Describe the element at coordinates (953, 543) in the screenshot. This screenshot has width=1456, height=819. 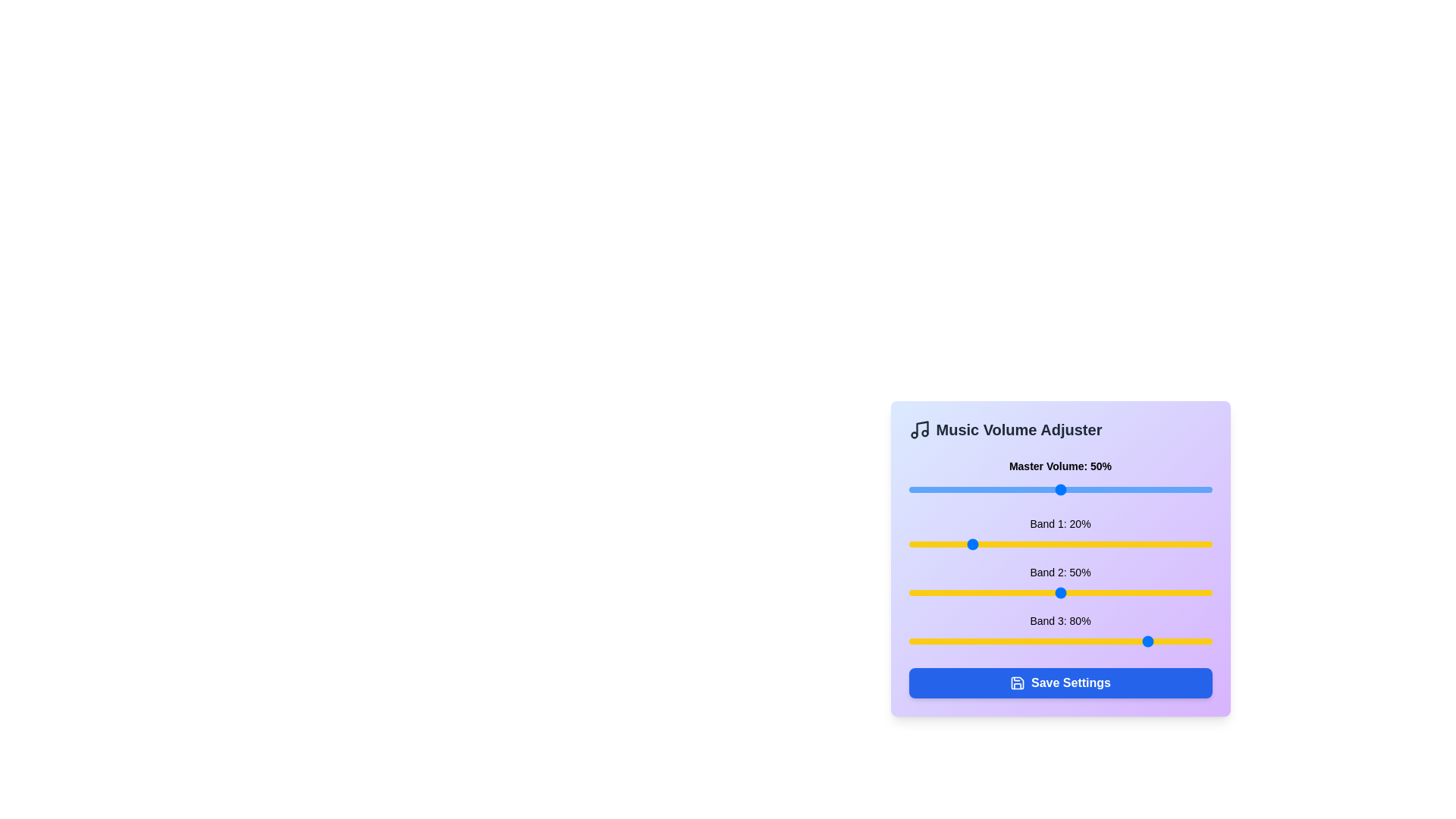
I see `Band 1` at that location.